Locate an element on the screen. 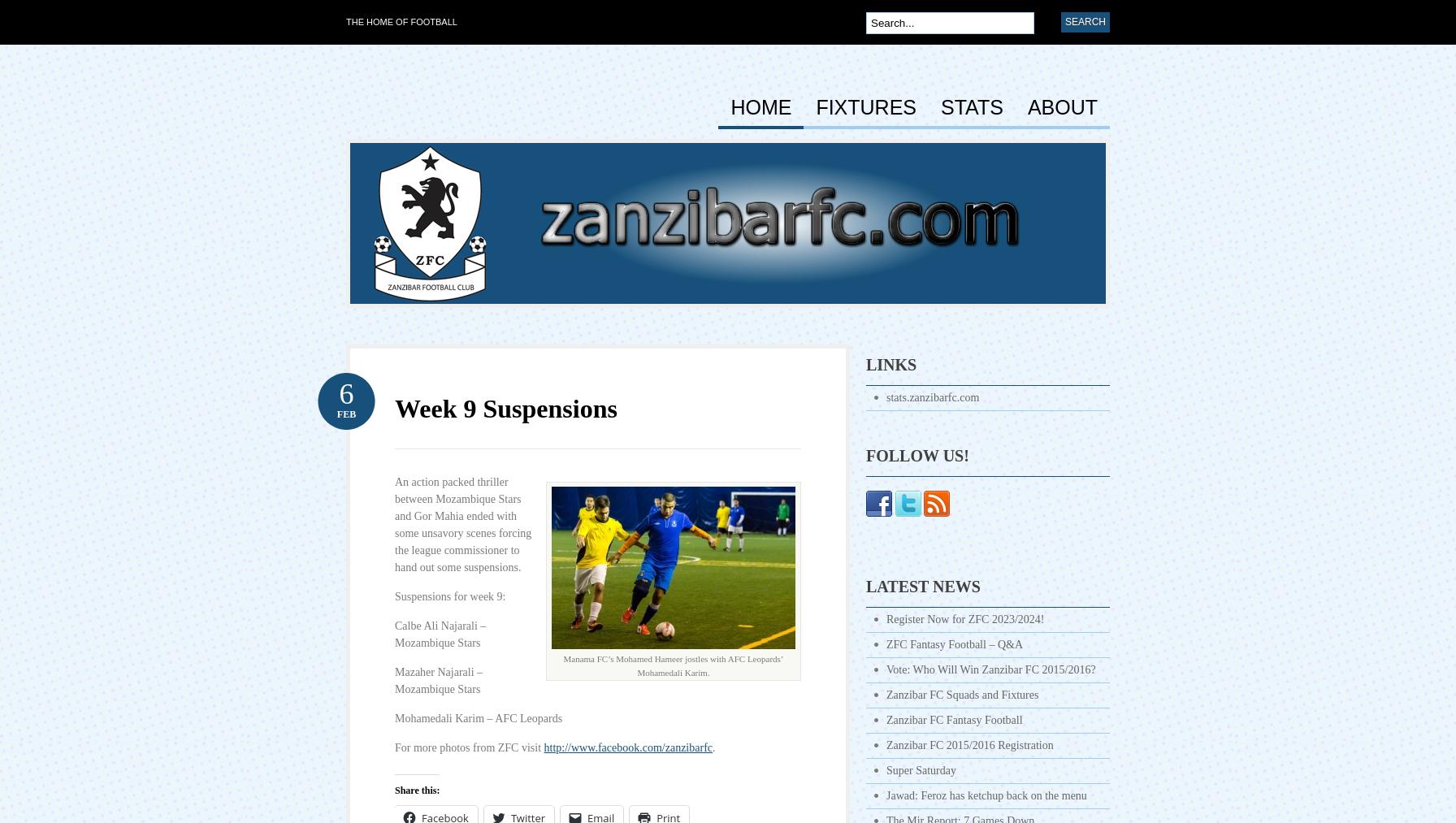  'Zanzibar FC Fantasy Football' is located at coordinates (954, 719).